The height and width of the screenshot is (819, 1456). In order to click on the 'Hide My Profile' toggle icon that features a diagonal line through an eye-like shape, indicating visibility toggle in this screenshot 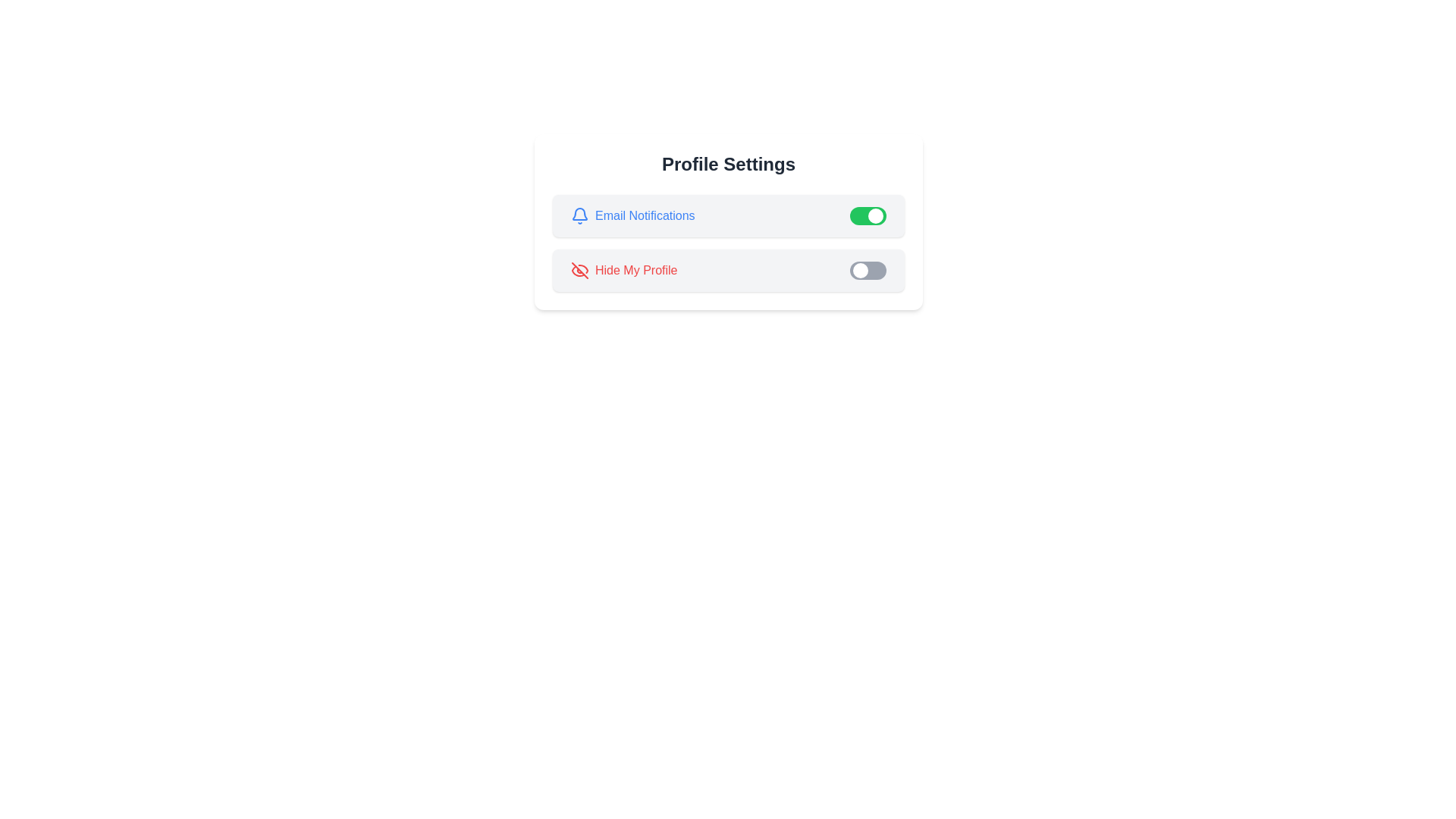, I will do `click(579, 270)`.